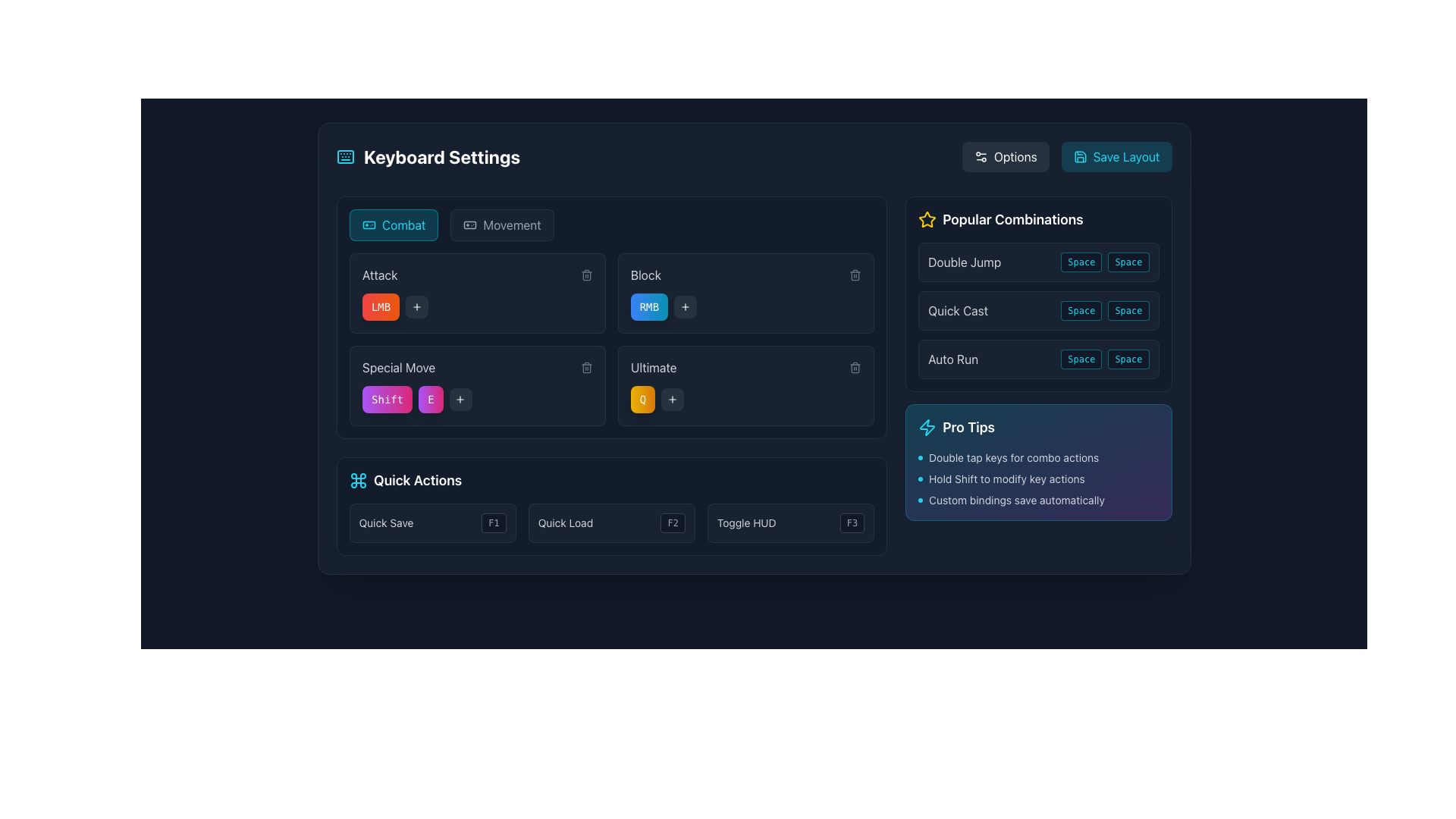 The height and width of the screenshot is (819, 1456). Describe the element at coordinates (672, 399) in the screenshot. I see `the small square button featuring a plus sign ('+') icon` at that location.